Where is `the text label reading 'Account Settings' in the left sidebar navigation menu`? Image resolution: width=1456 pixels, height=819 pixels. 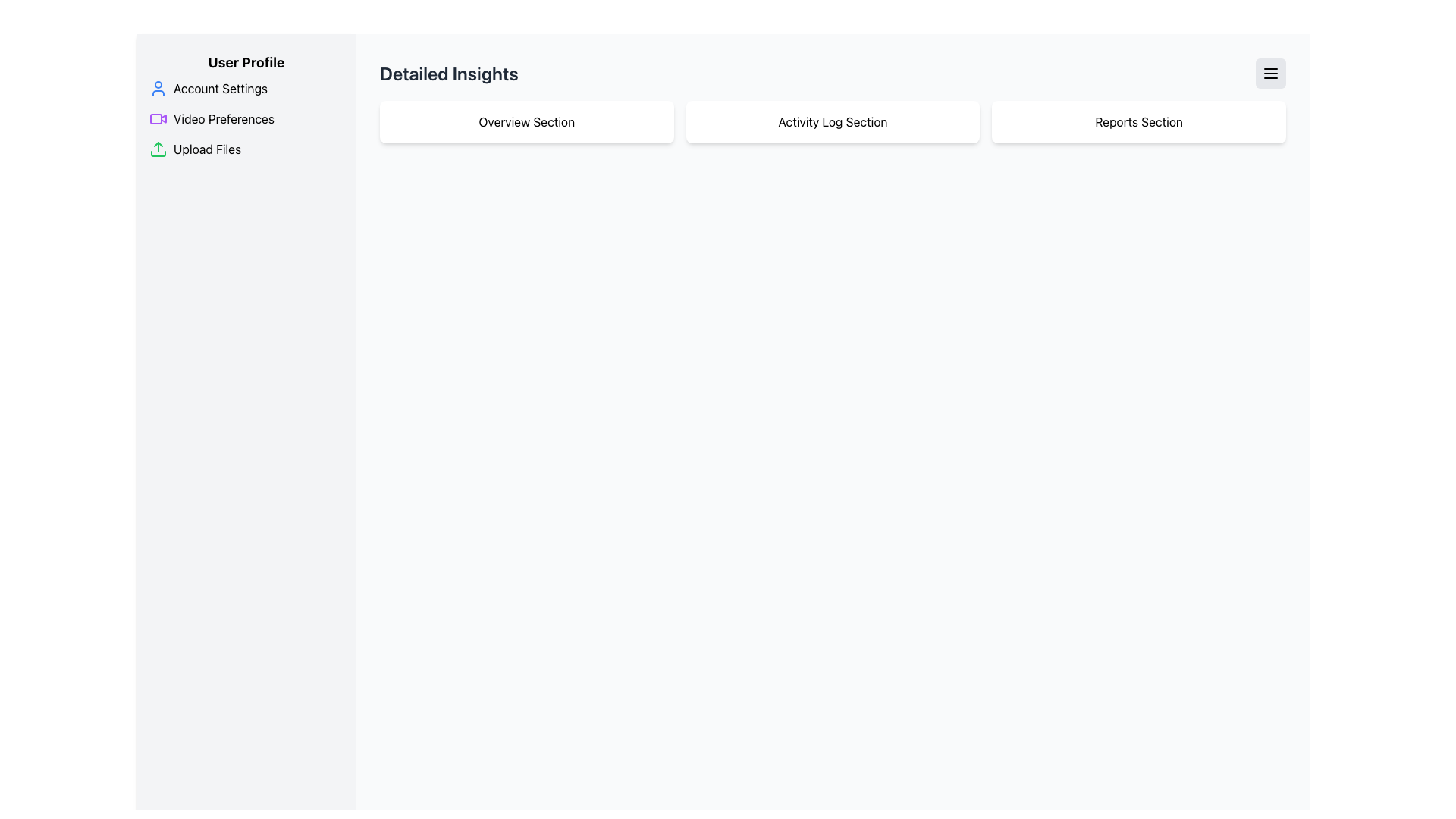 the text label reading 'Account Settings' in the left sidebar navigation menu is located at coordinates (220, 88).